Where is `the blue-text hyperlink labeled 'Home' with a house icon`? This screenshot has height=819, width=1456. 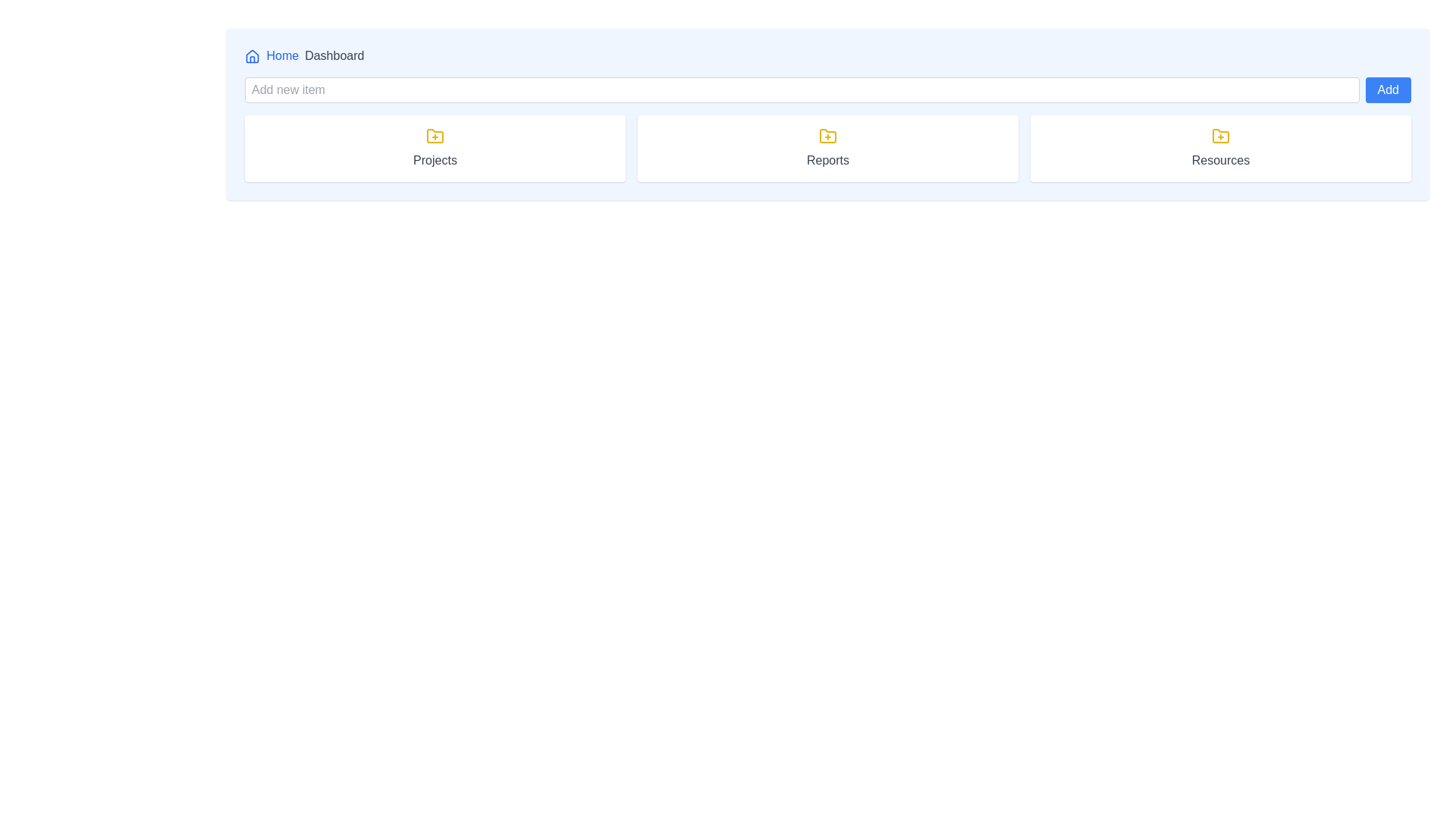
the blue-text hyperlink labeled 'Home' with a house icon is located at coordinates (271, 55).